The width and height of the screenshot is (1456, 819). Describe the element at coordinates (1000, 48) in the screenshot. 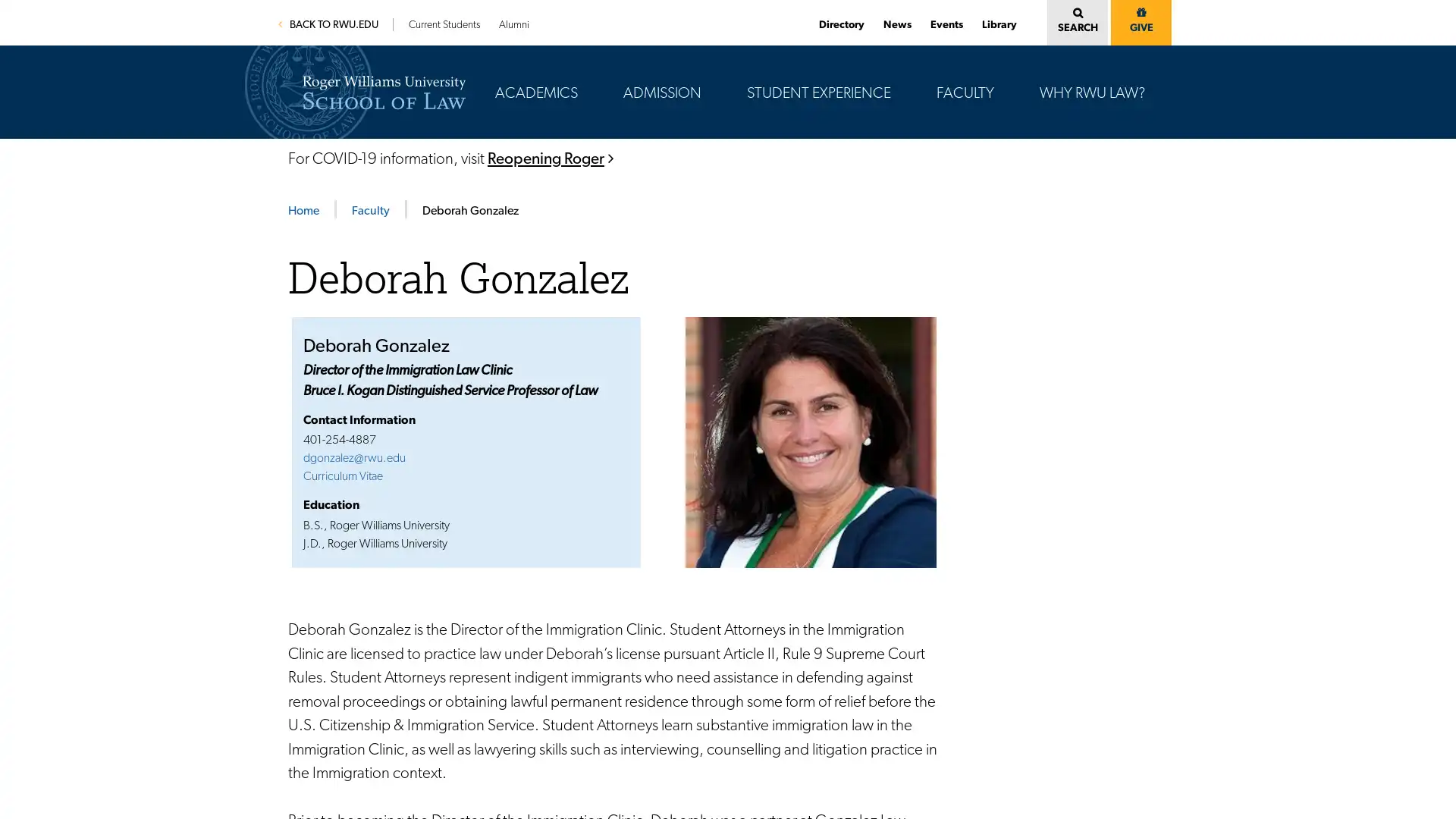

I see `Open the Faculty menu` at that location.